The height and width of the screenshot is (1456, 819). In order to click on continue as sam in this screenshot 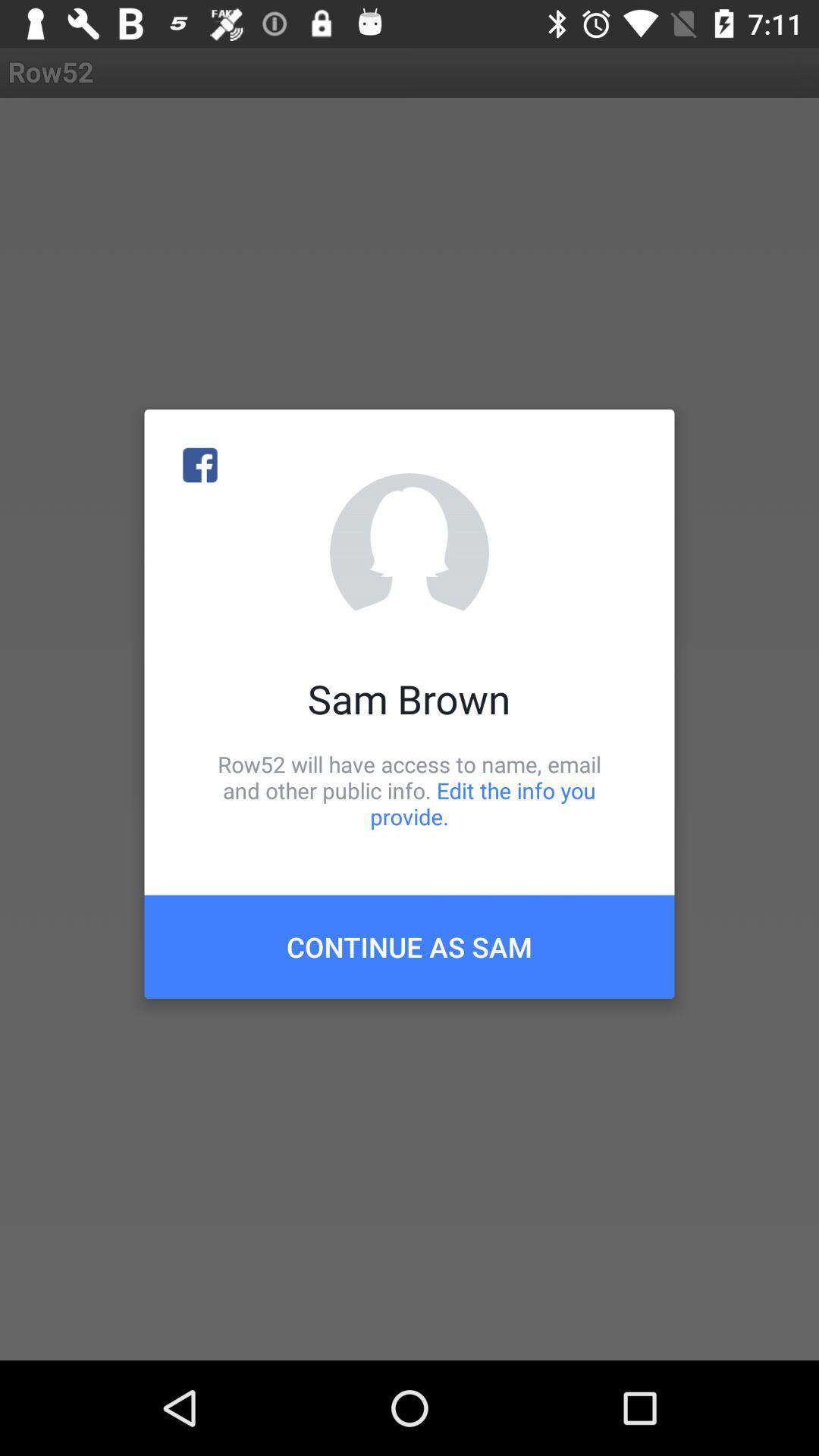, I will do `click(409, 946)`.